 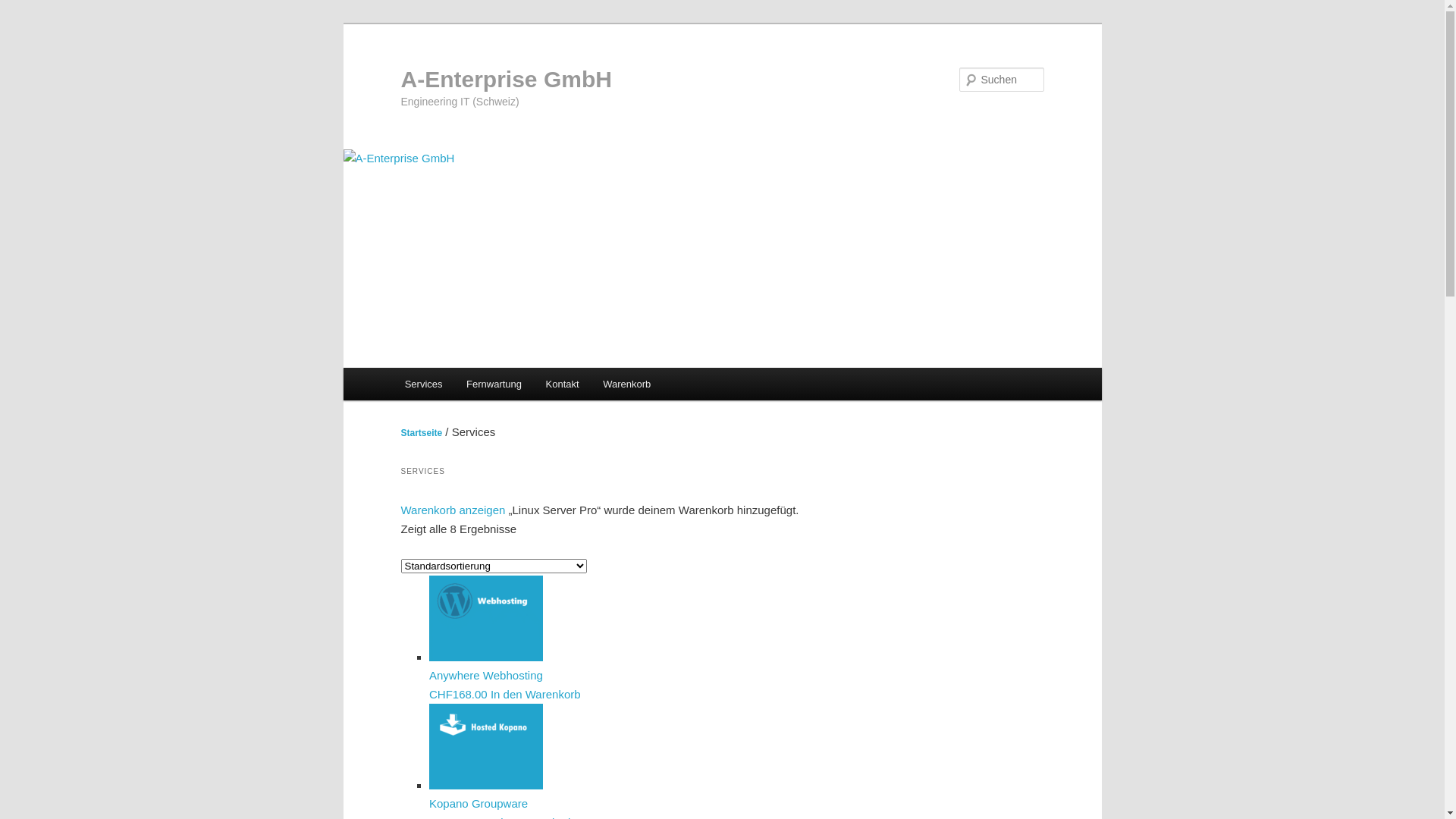 I want to click on 'Zum Inhalt wechseln', so click(x=23, y=23).